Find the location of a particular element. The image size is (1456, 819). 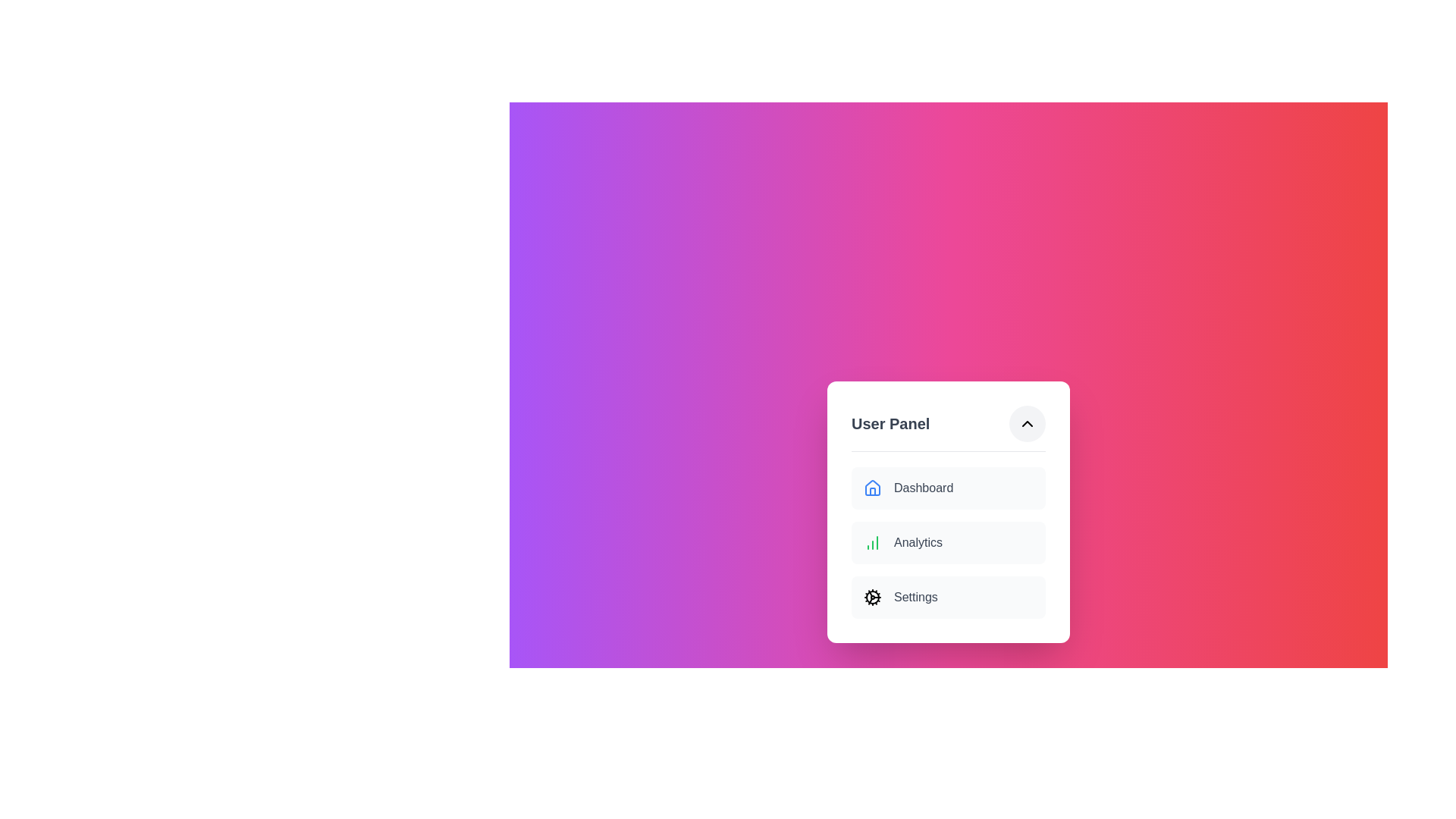

the text 'User Panel' in the menu is located at coordinates (948, 423).